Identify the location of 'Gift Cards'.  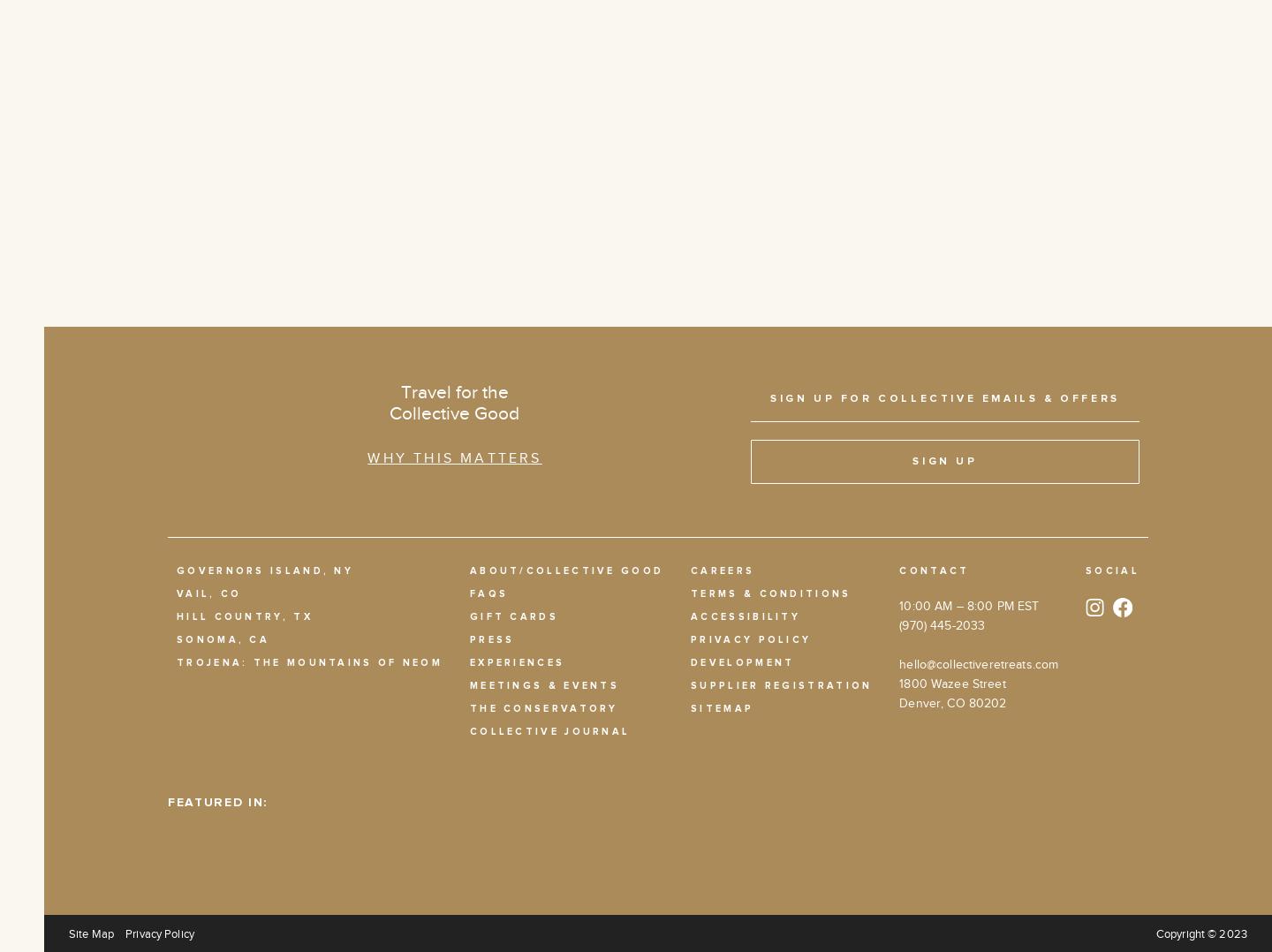
(513, 615).